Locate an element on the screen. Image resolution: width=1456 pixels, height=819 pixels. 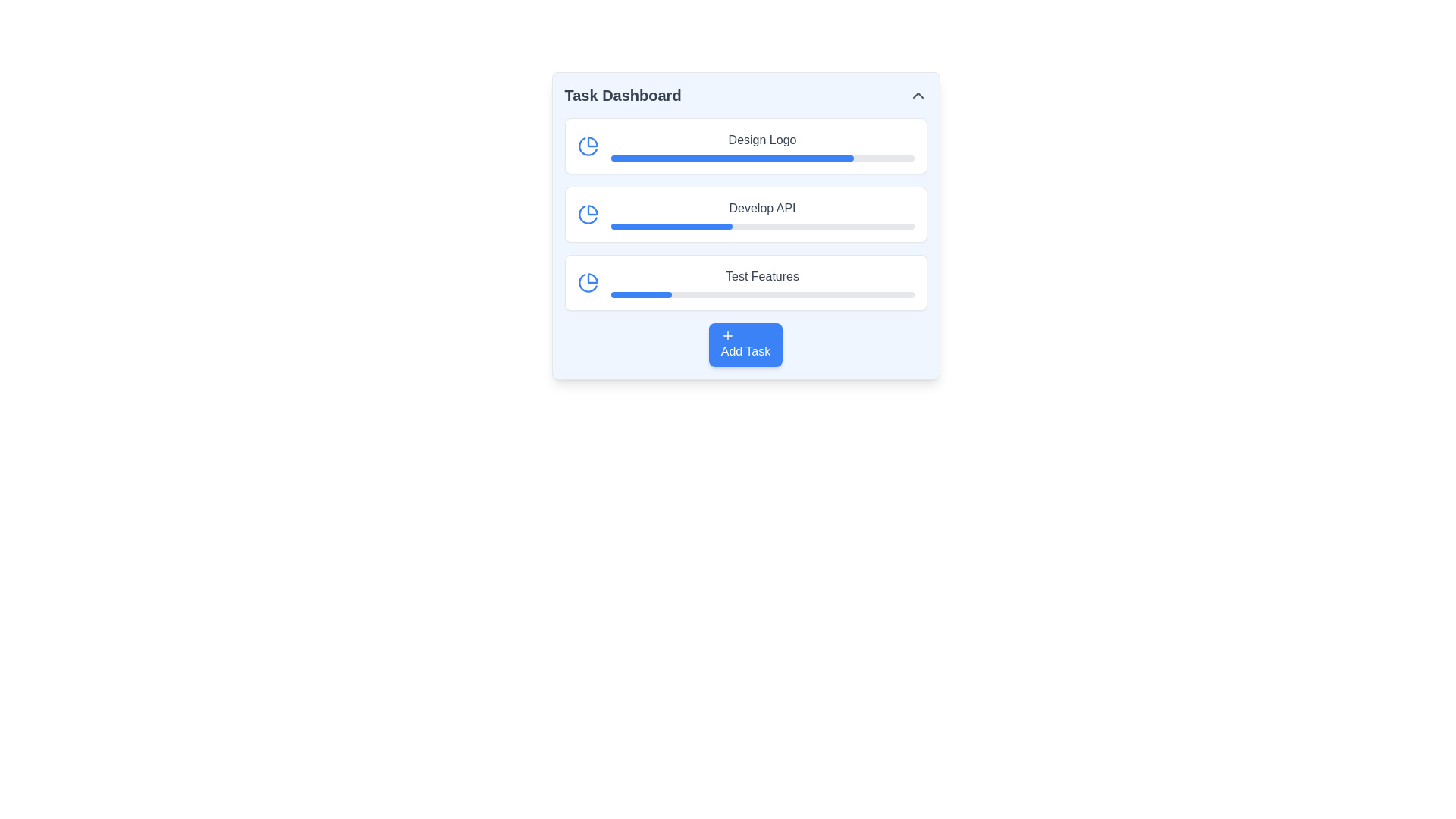
the Progress Bar indicating 40% completion for the task 'Develop API' in the Task Dashboard interface is located at coordinates (670, 227).